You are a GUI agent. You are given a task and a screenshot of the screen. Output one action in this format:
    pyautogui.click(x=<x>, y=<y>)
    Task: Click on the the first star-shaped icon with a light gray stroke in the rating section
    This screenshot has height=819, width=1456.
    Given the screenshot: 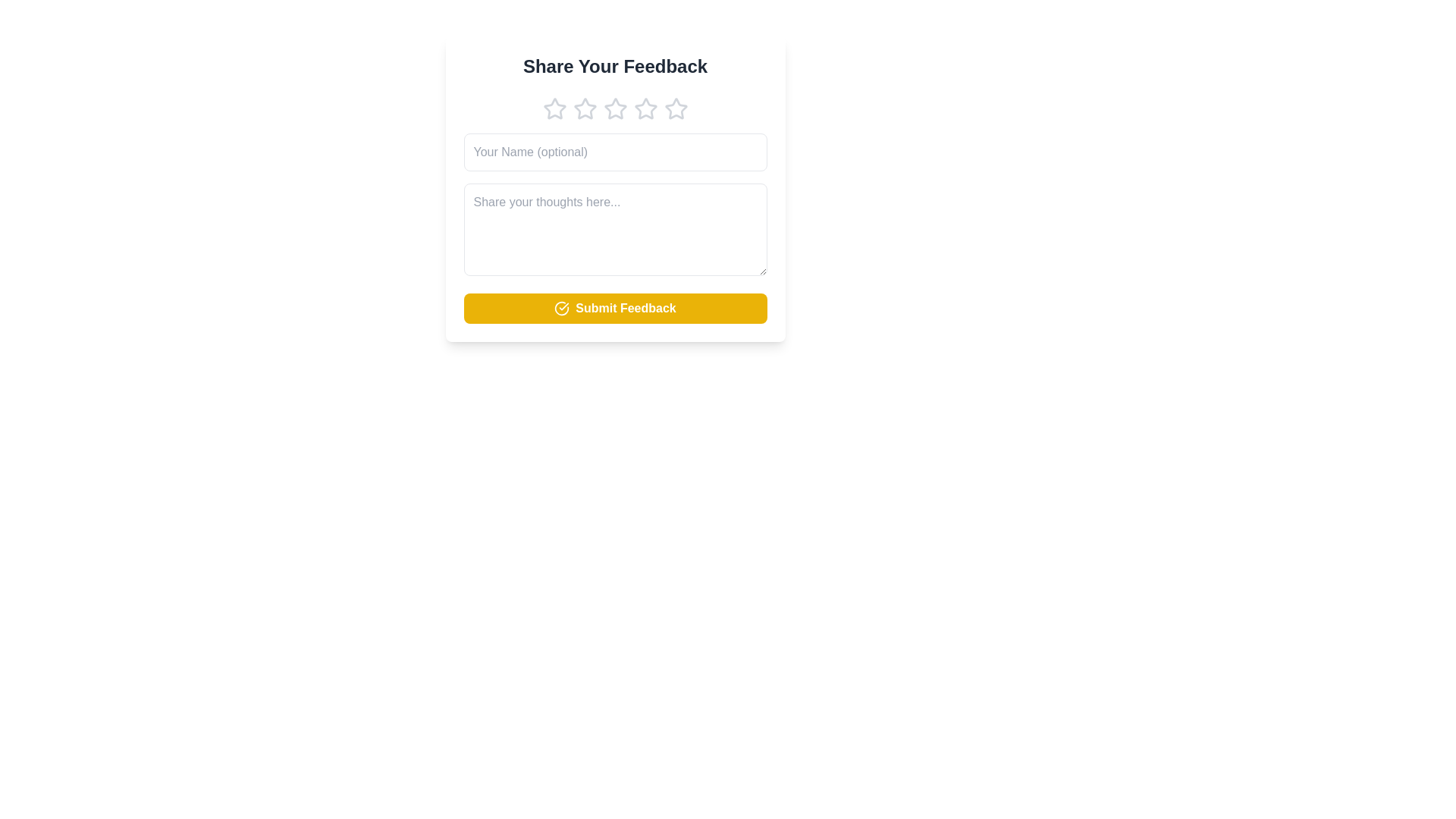 What is the action you would take?
    pyautogui.click(x=554, y=108)
    